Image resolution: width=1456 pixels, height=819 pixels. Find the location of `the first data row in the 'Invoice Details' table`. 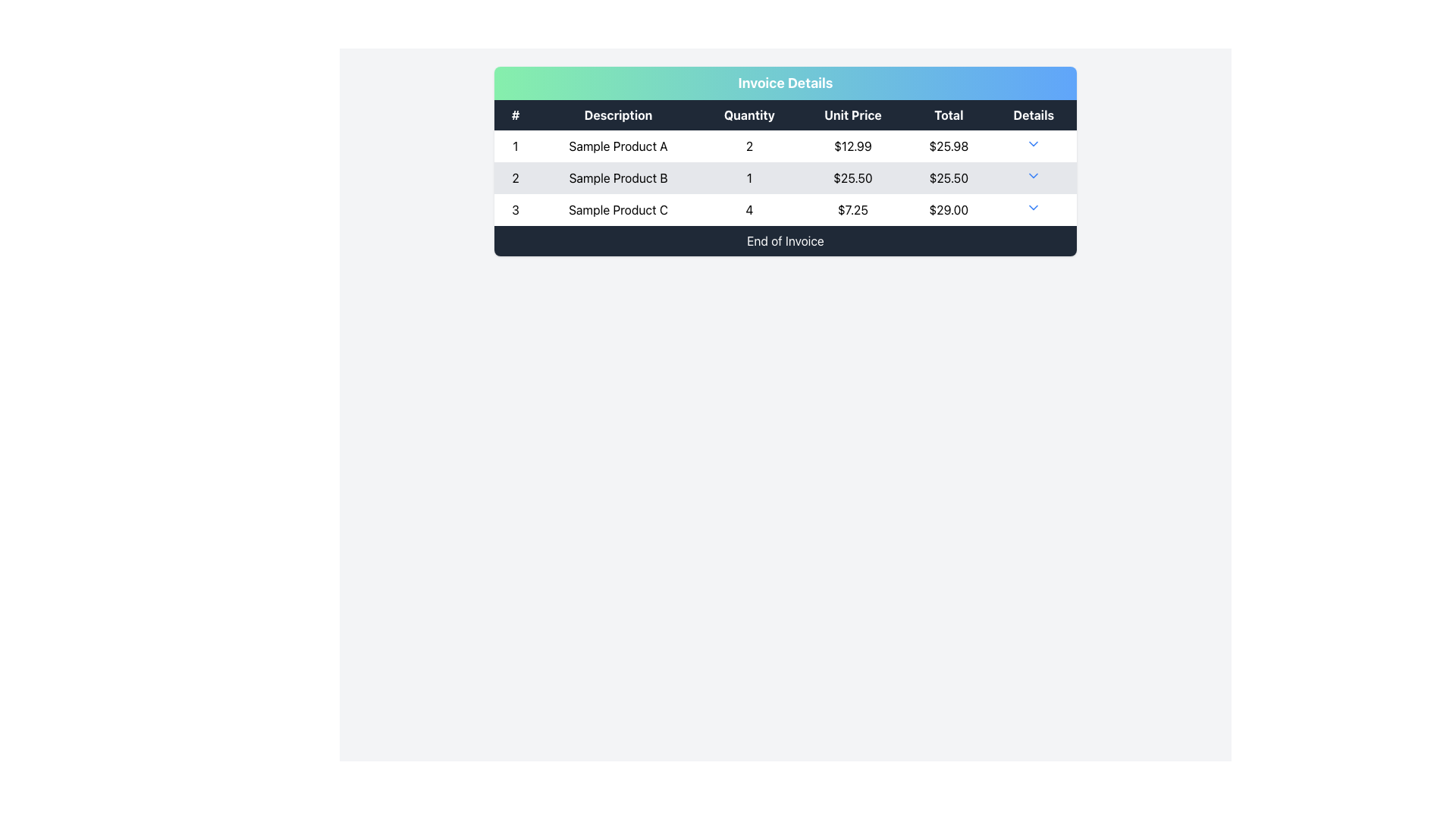

the first data row in the 'Invoice Details' table is located at coordinates (786, 146).